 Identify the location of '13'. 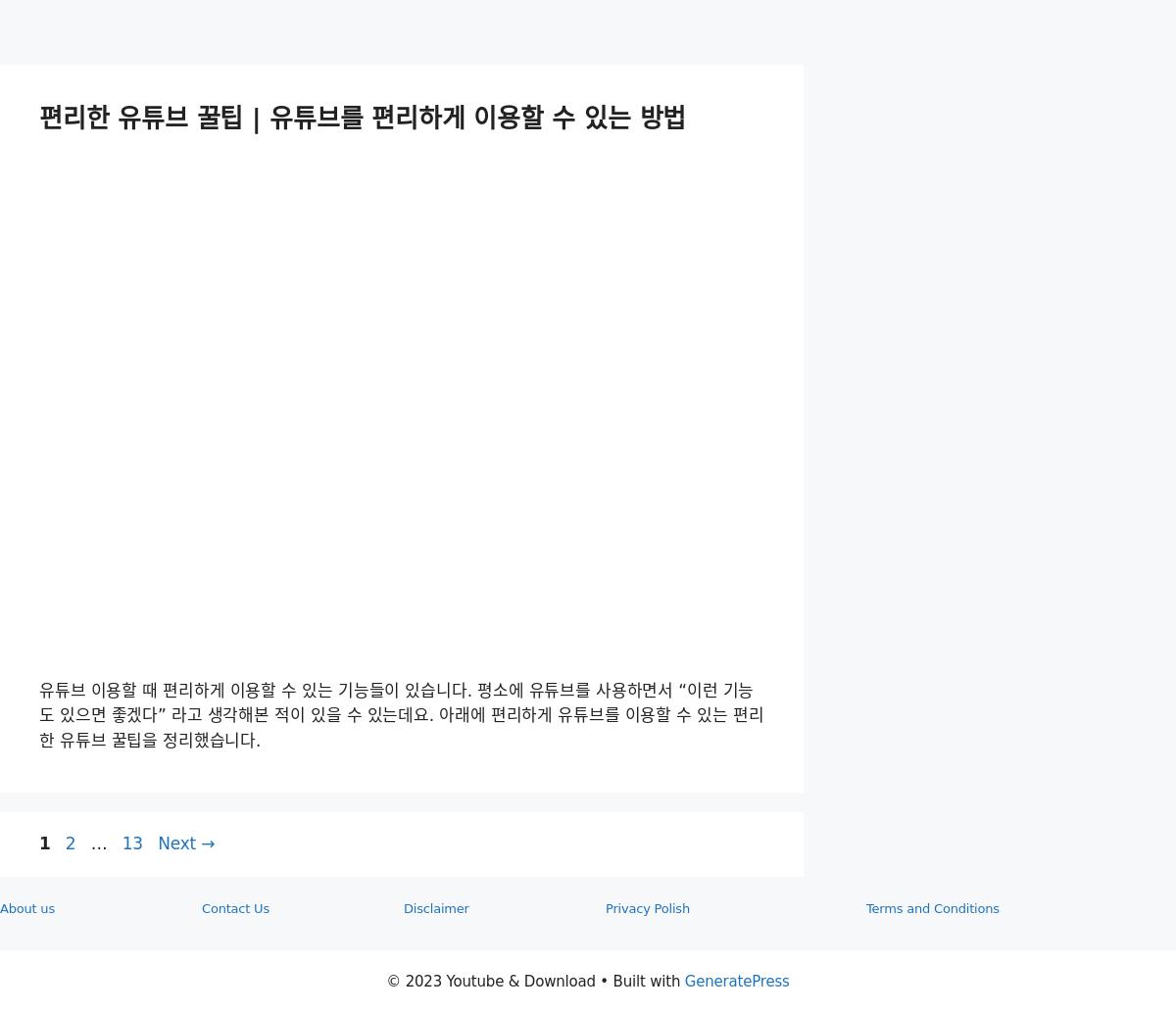
(131, 843).